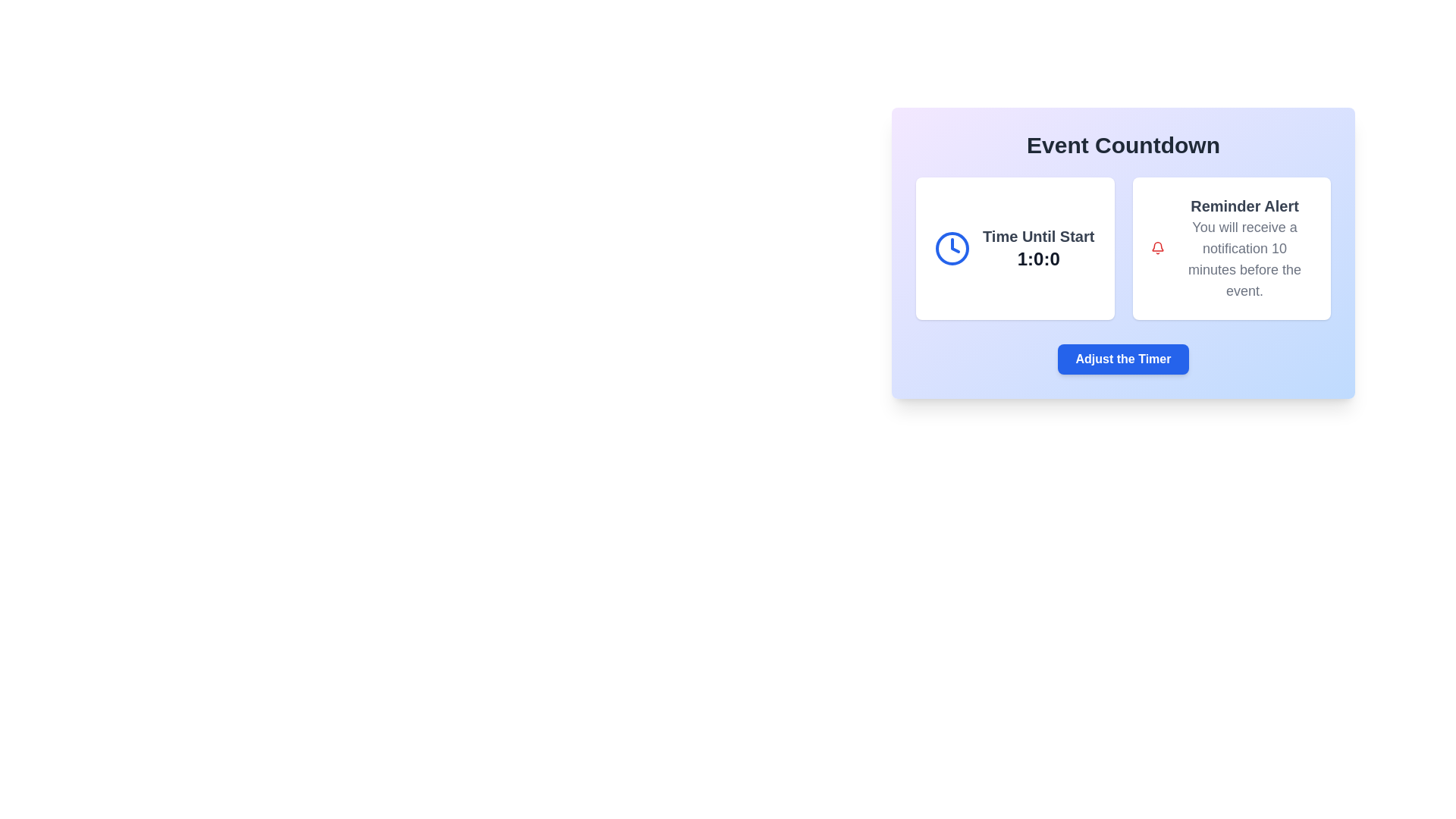  What do you see at coordinates (1244, 247) in the screenshot?
I see `the 'Reminder Alert' text area` at bounding box center [1244, 247].